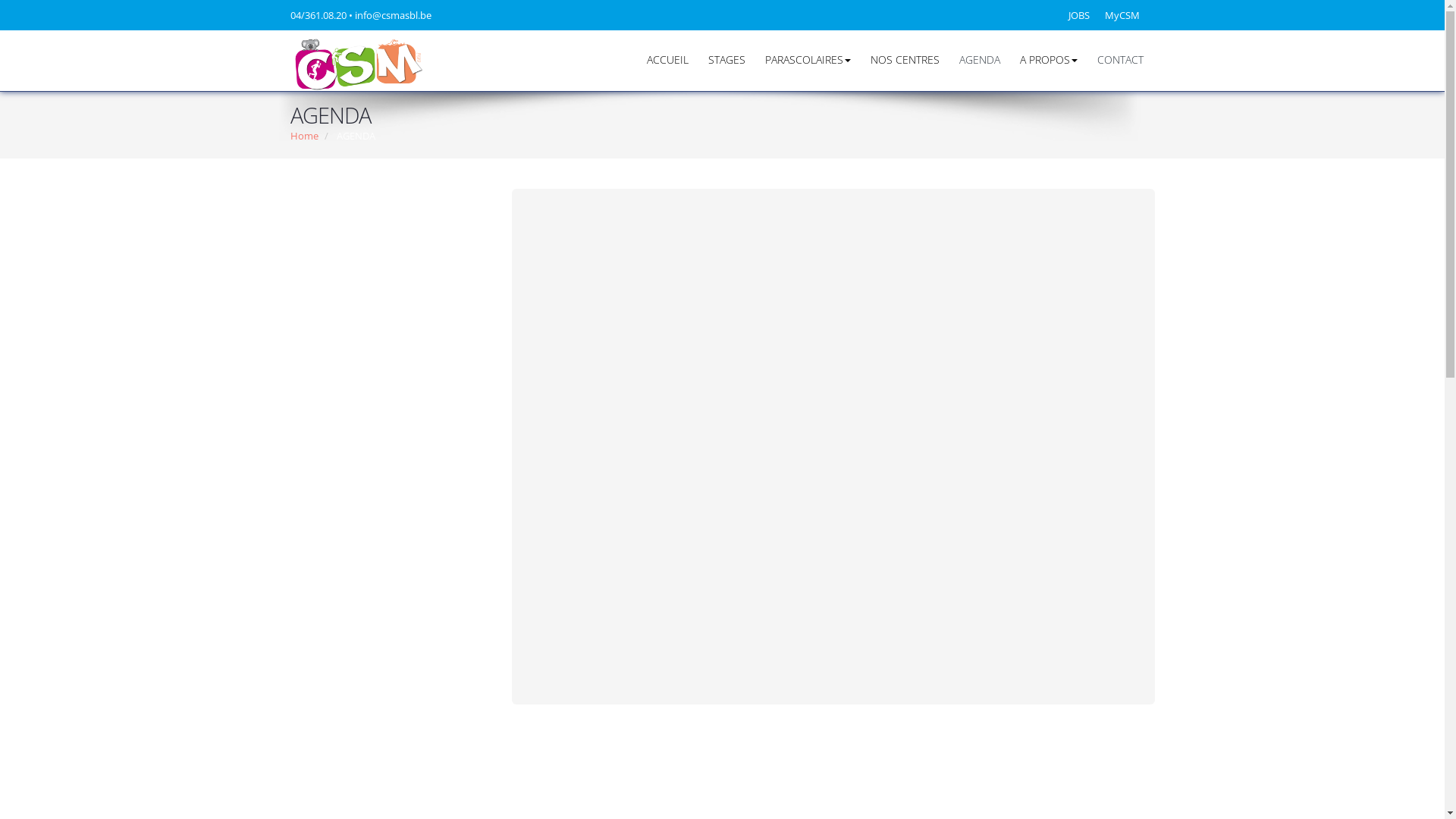  I want to click on 'NOS CENTRES', so click(904, 58).